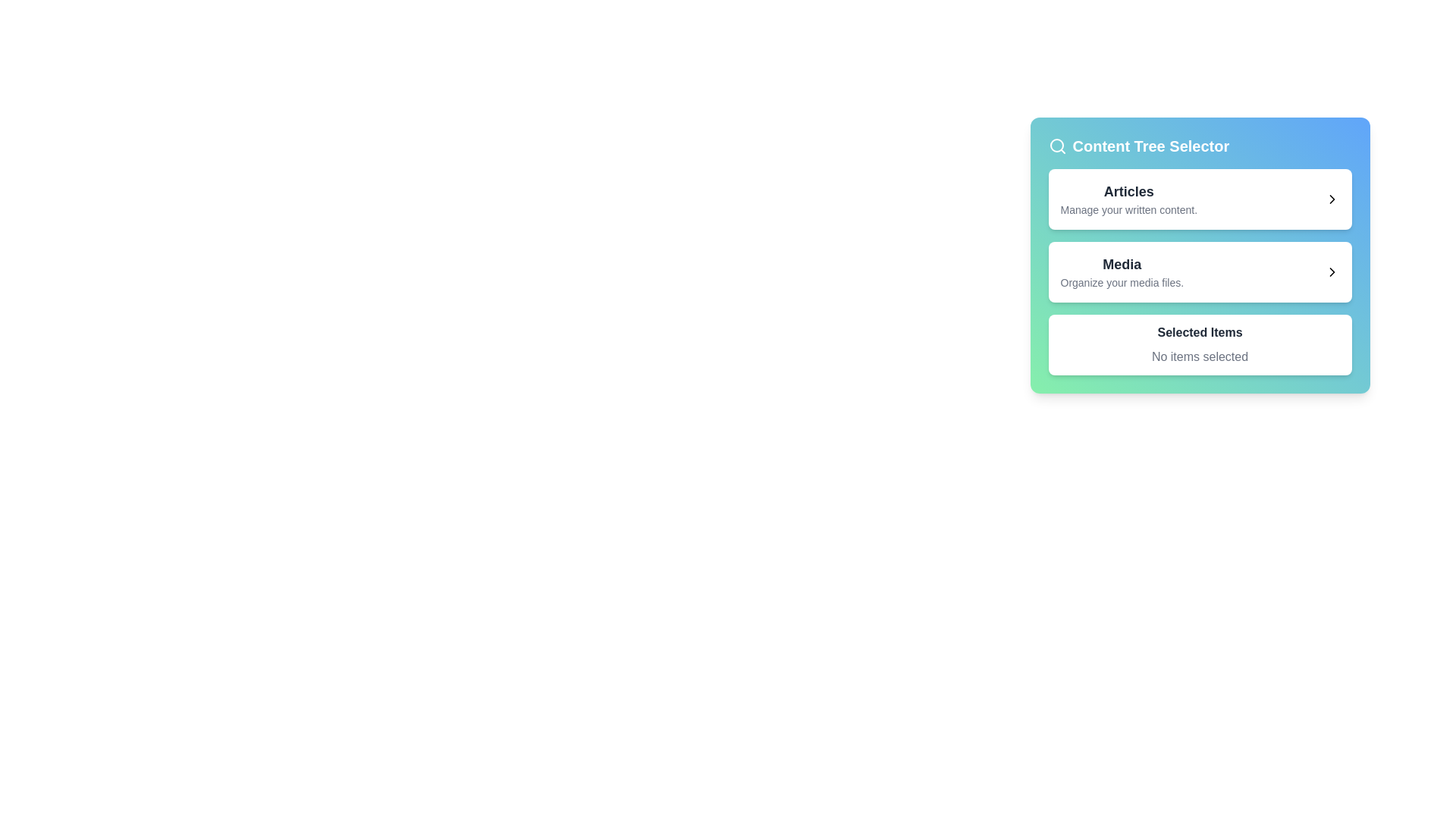  Describe the element at coordinates (1199, 345) in the screenshot. I see `the Informative component that displays the message indicating no items have been selected, located at the bottom of the vertical stack under the header 'Content Tree Selector'` at that location.